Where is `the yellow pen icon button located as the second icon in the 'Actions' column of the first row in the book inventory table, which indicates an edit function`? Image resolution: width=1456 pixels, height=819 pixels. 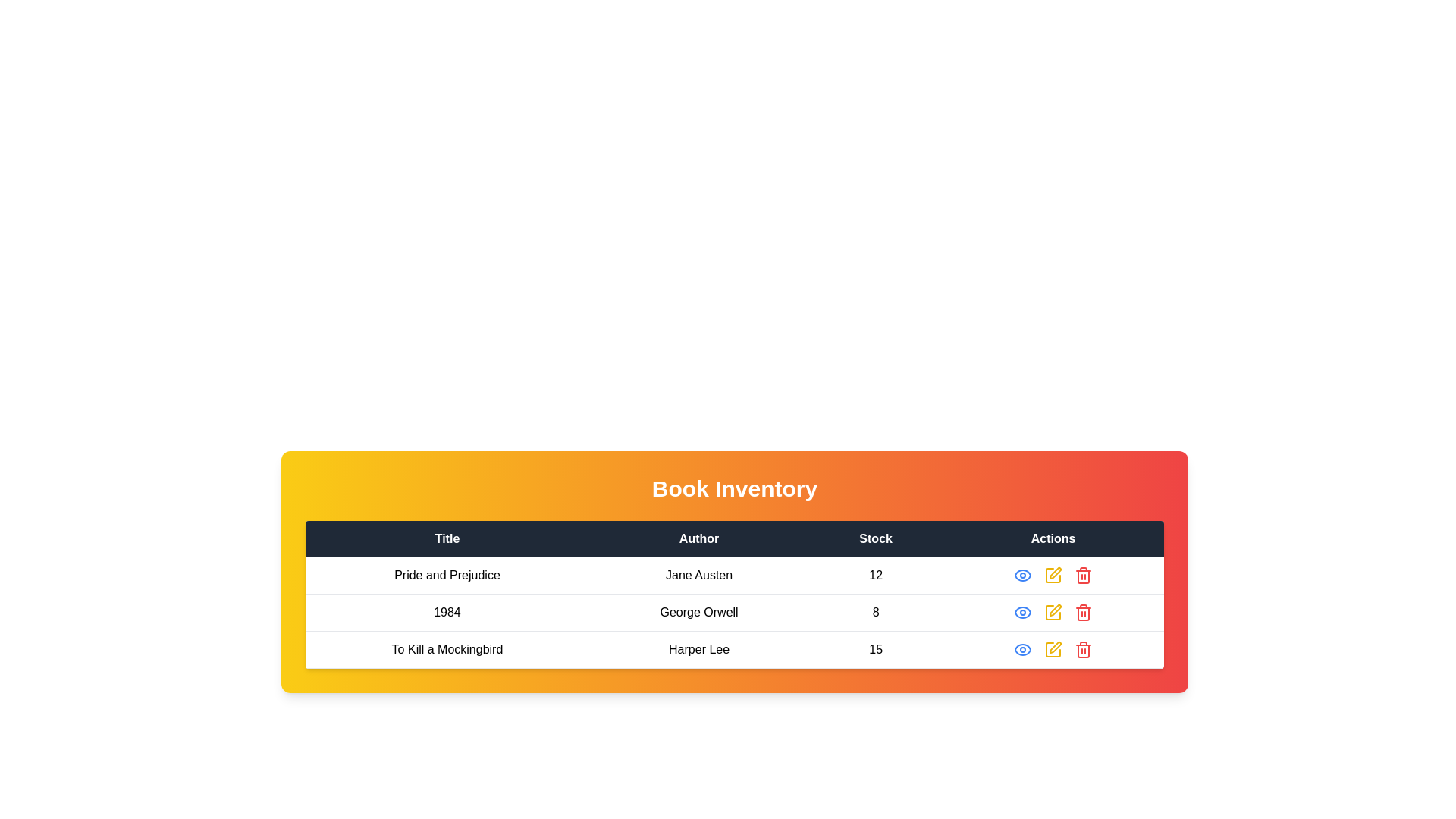
the yellow pen icon button located as the second icon in the 'Actions' column of the first row in the book inventory table, which indicates an edit function is located at coordinates (1053, 576).